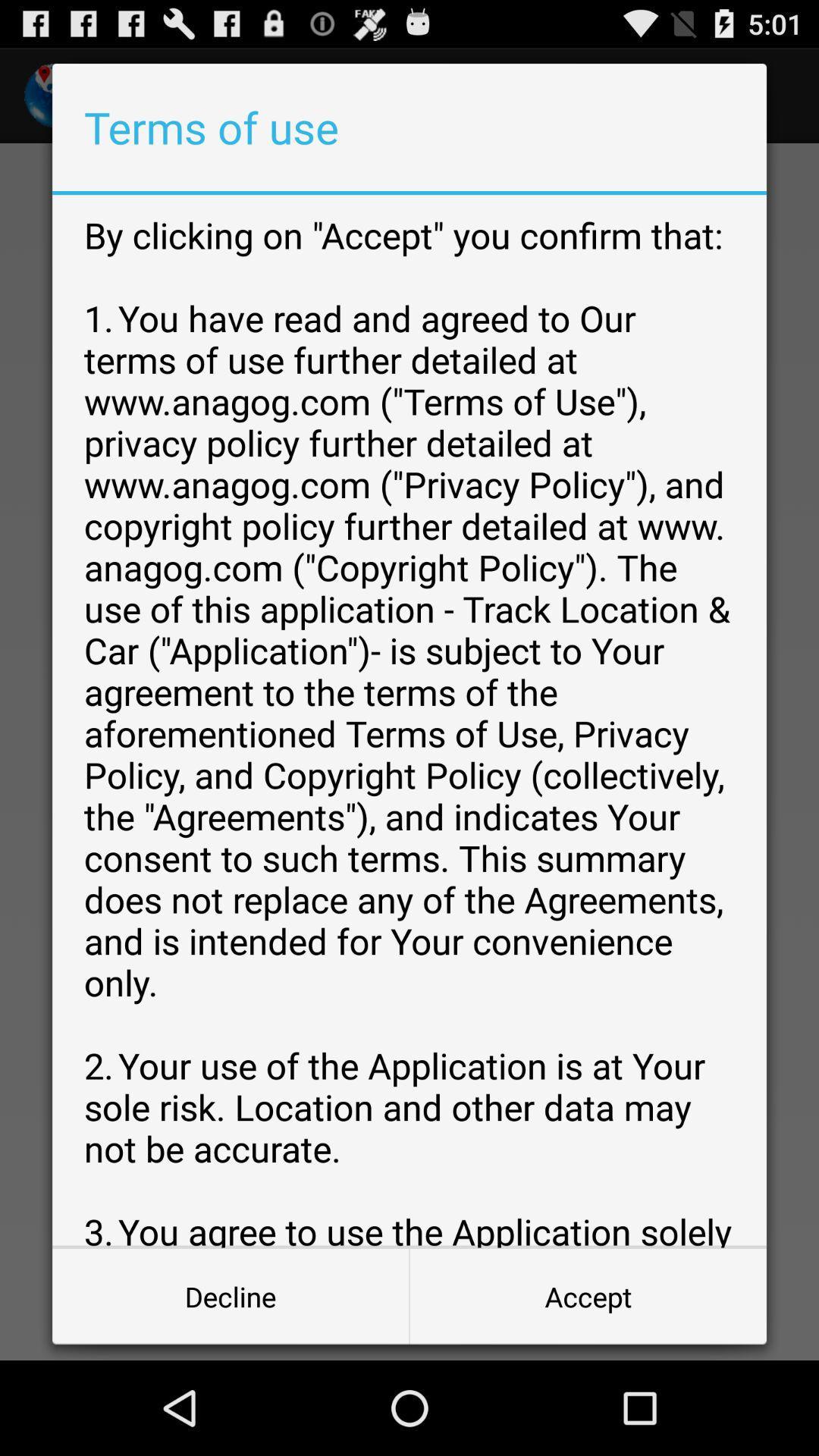 Image resolution: width=819 pixels, height=1456 pixels. I want to click on the app below the by clicking on, so click(231, 1295).